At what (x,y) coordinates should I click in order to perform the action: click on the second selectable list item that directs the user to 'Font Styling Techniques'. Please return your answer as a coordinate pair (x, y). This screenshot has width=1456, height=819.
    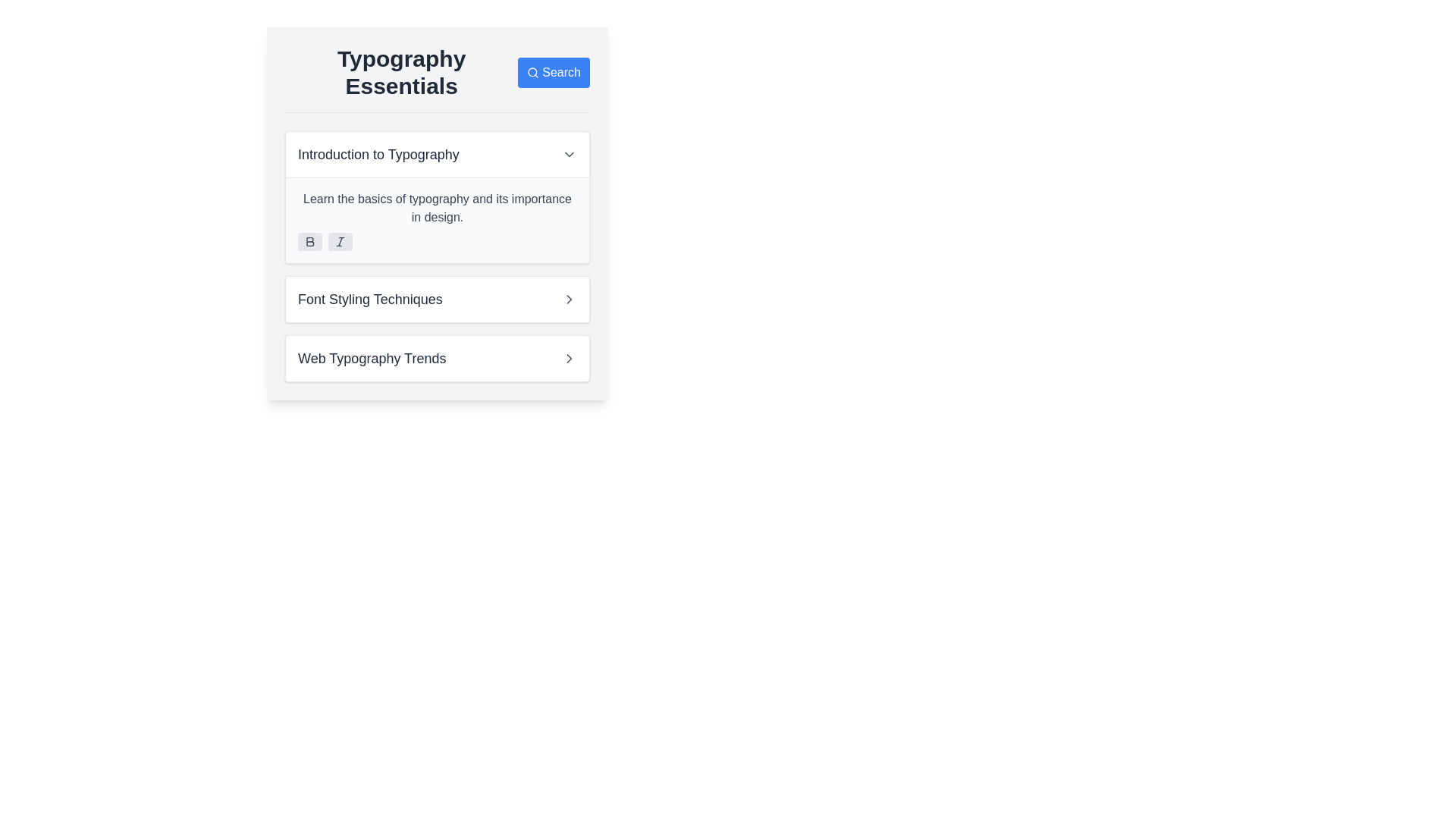
    Looking at the image, I should click on (436, 299).